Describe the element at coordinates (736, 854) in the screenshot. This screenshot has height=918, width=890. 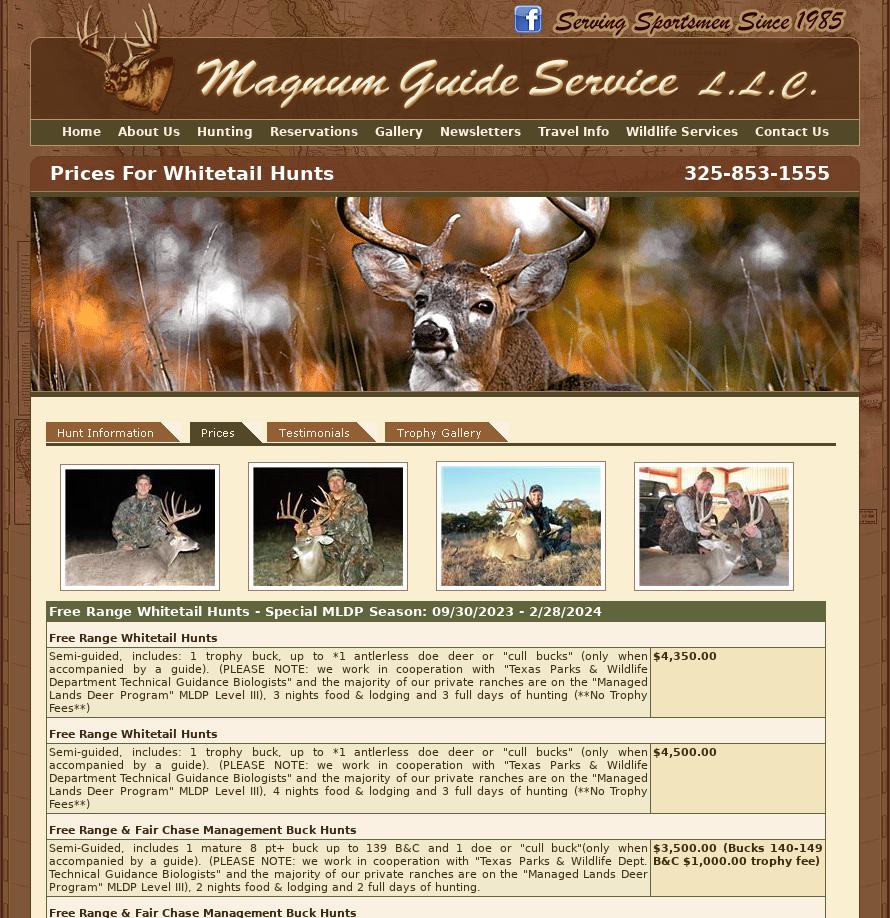
I see `'$3,500.00         (Bucks 140-149 B&C $1,000.00 trophy fee)'` at that location.